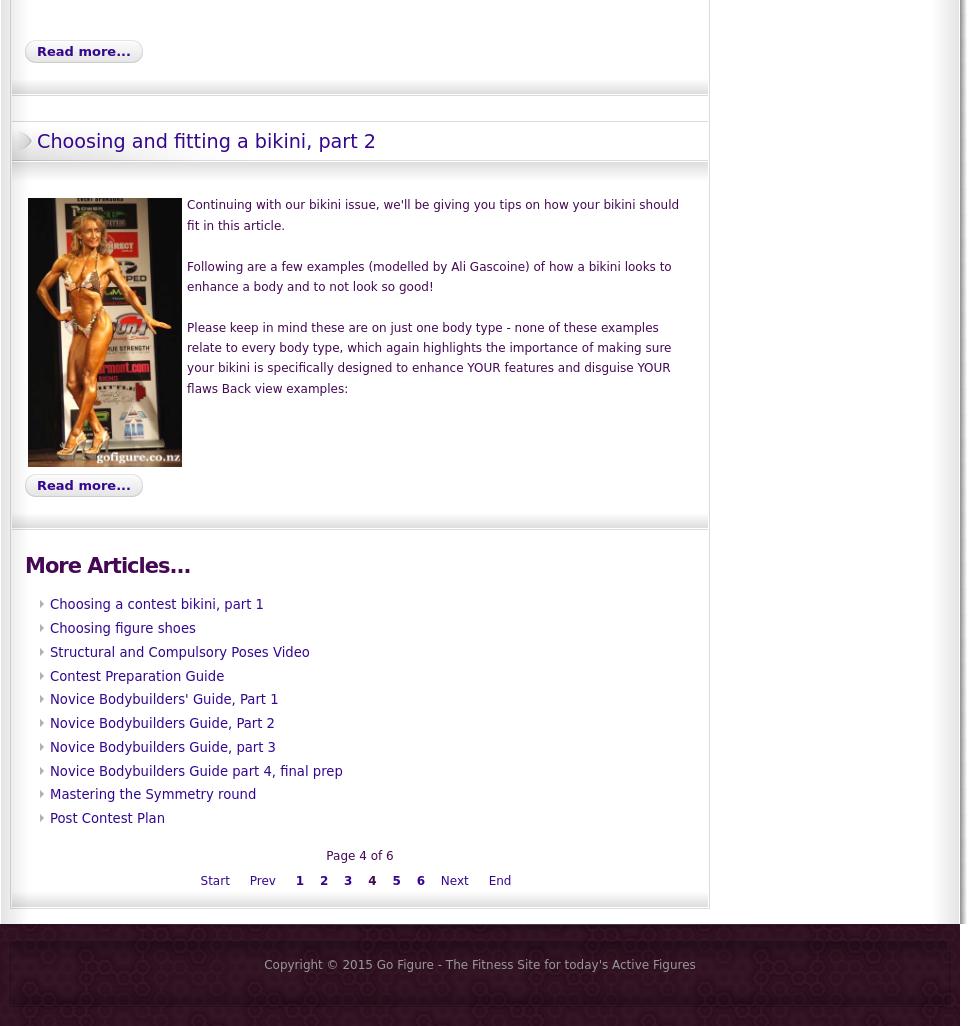  What do you see at coordinates (152, 793) in the screenshot?
I see `'Mastering the Symmetry round'` at bounding box center [152, 793].